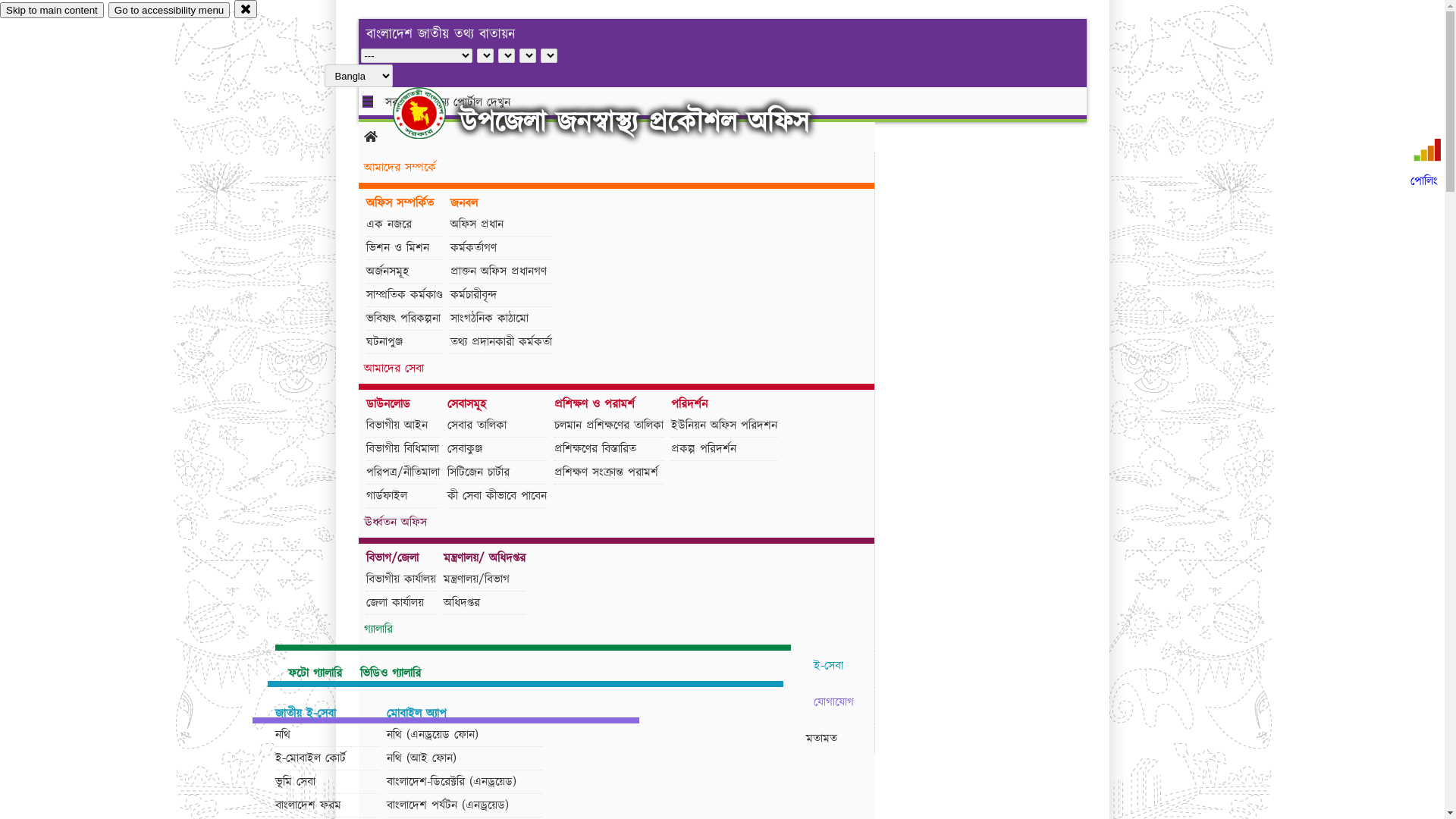 This screenshot has height=819, width=1456. What do you see at coordinates (168, 10) in the screenshot?
I see `'Go to accessibility menu'` at bounding box center [168, 10].